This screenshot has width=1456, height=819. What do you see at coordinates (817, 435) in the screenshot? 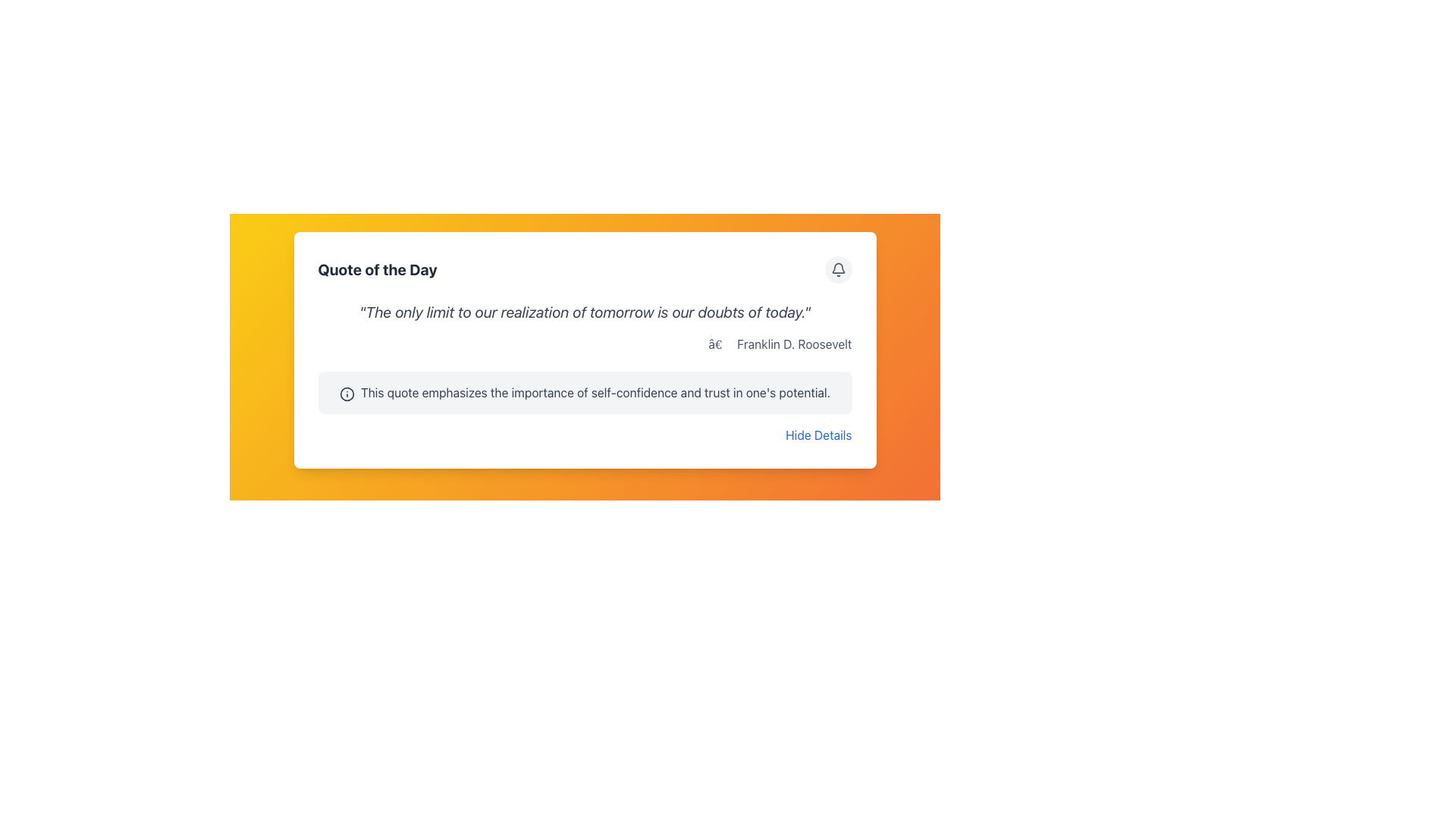
I see `the blue 'Hide Details' text link located at the bottom-right edge of the card layout` at bounding box center [817, 435].